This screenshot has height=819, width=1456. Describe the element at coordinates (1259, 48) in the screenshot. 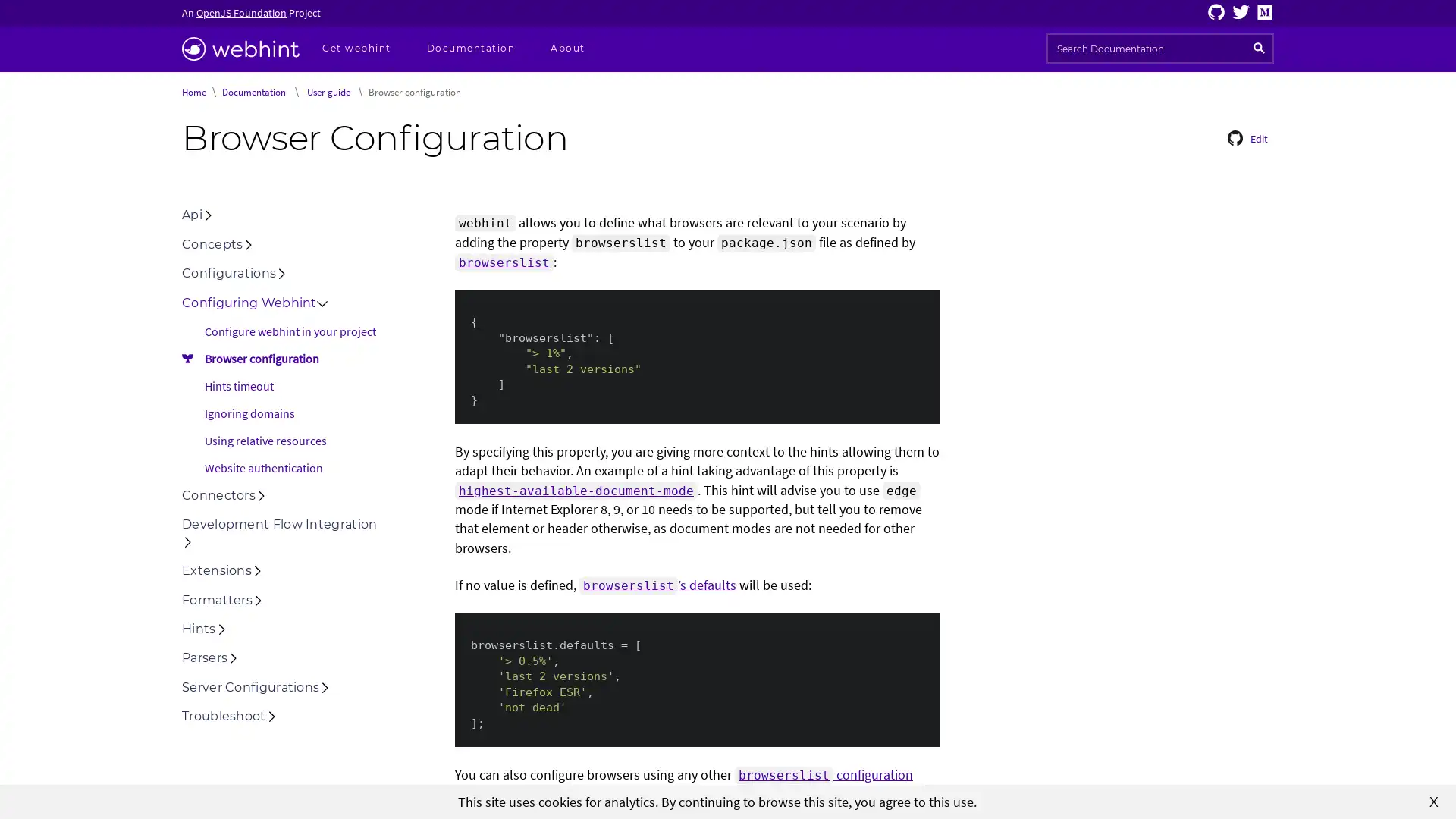

I see `search` at that location.